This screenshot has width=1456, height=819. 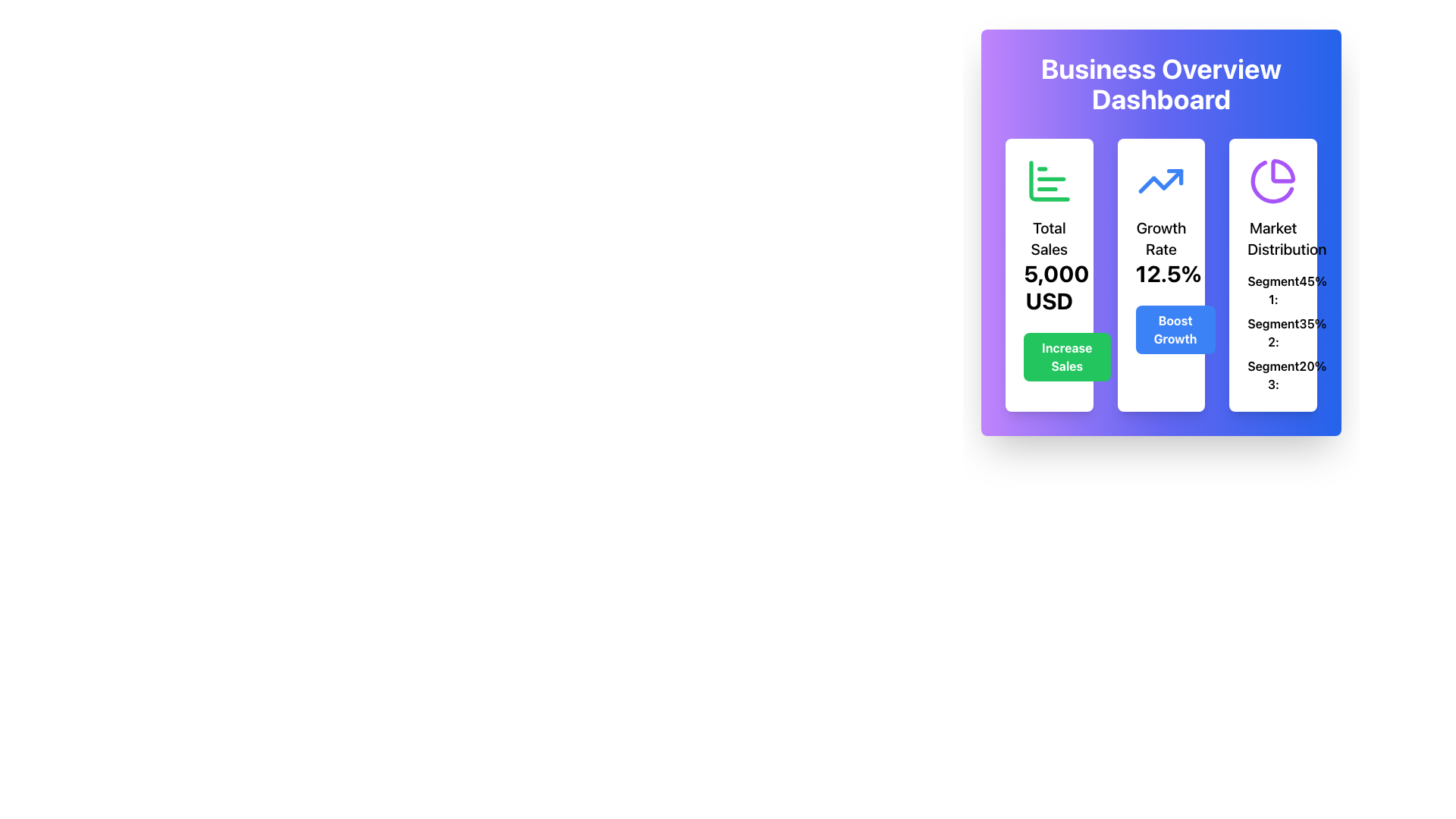 I want to click on properties of the blue and red line segment forming part of the upward-trending arrow within the 'Growth Rate' graphical icon, so click(x=1175, y=176).